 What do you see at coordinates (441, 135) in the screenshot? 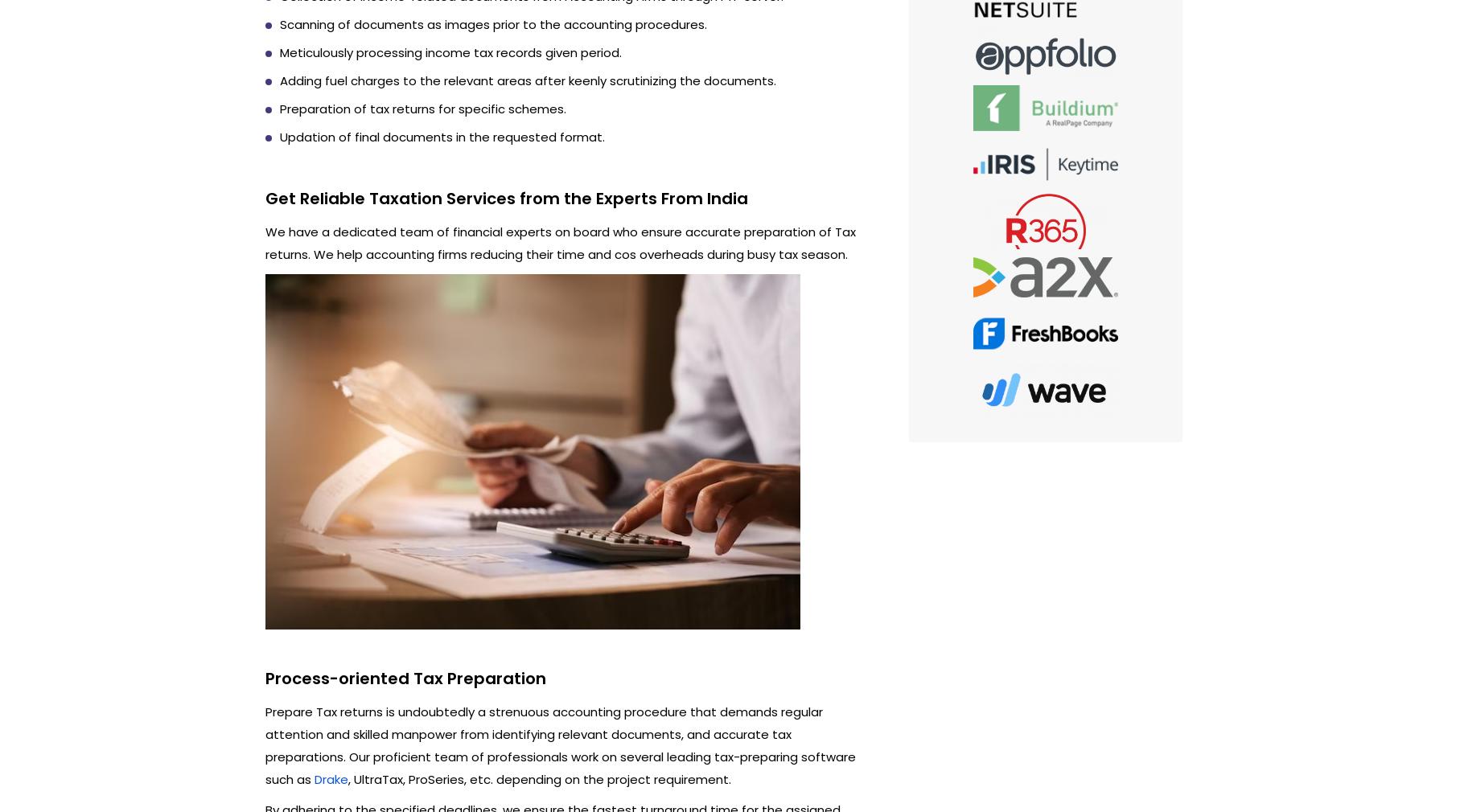
I see `'Updation of final documents in the requested format.'` at bounding box center [441, 135].